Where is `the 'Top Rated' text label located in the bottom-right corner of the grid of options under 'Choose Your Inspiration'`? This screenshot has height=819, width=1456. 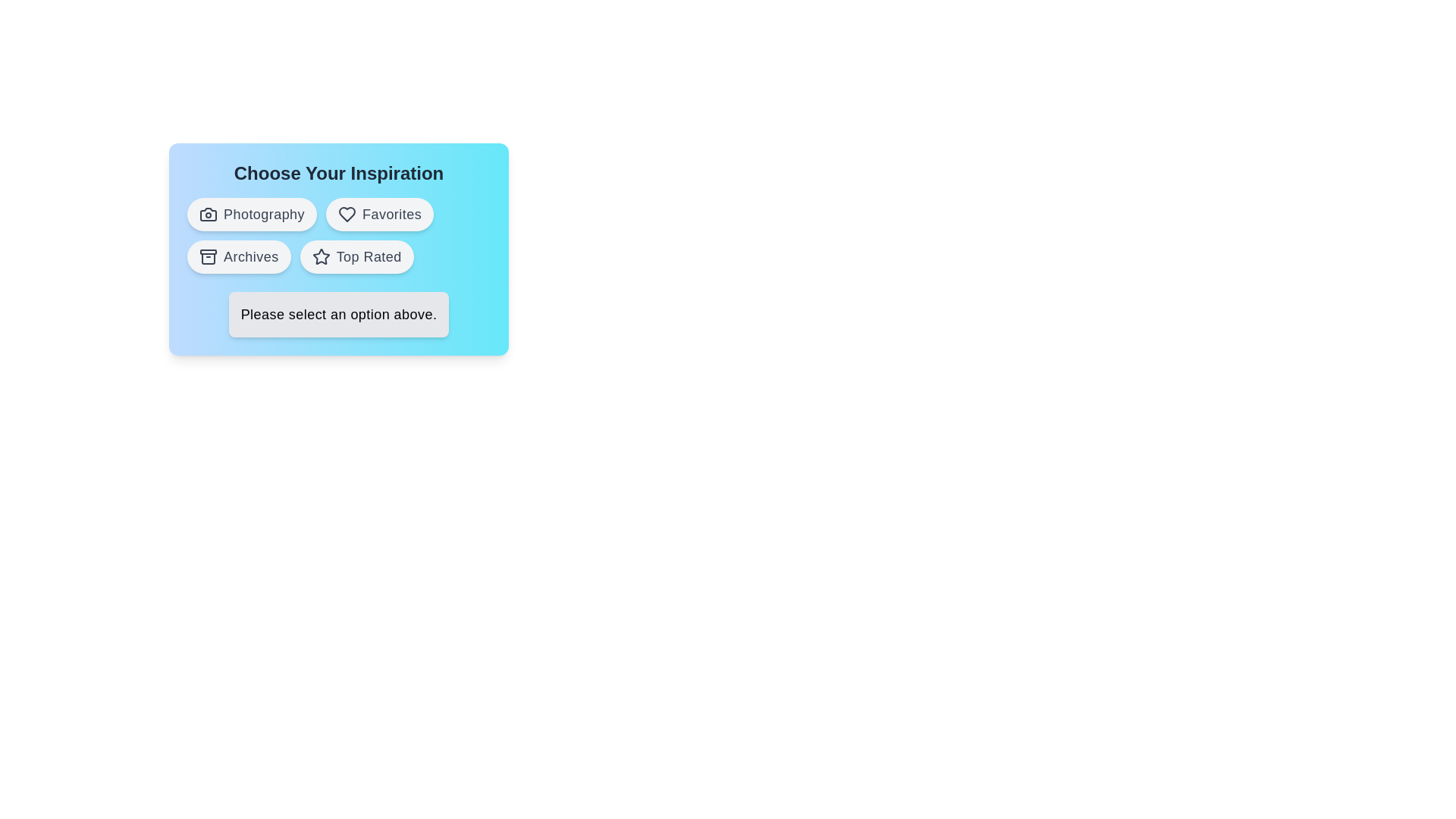
the 'Top Rated' text label located in the bottom-right corner of the grid of options under 'Choose Your Inspiration' is located at coordinates (369, 256).